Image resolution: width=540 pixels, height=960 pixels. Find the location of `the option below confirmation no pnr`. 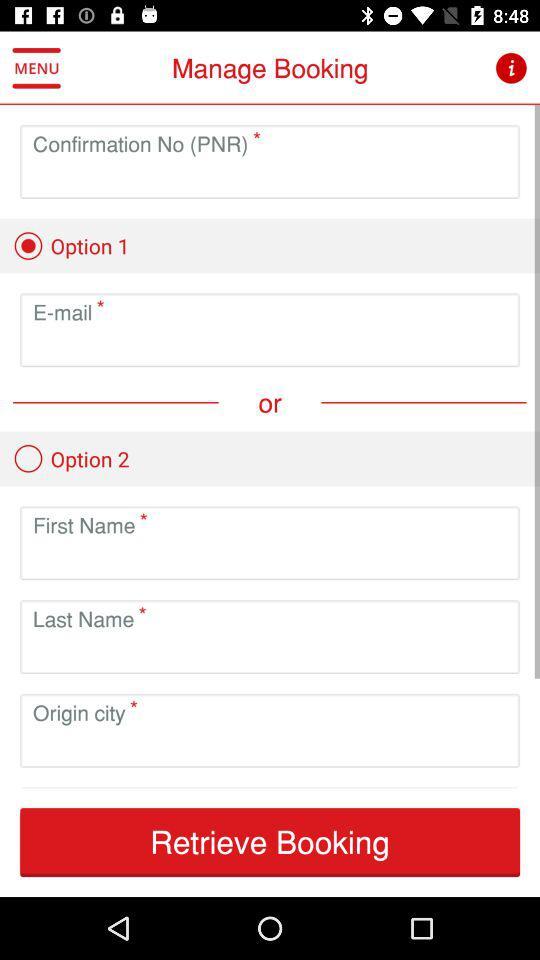

the option below confirmation no pnr is located at coordinates (70, 245).